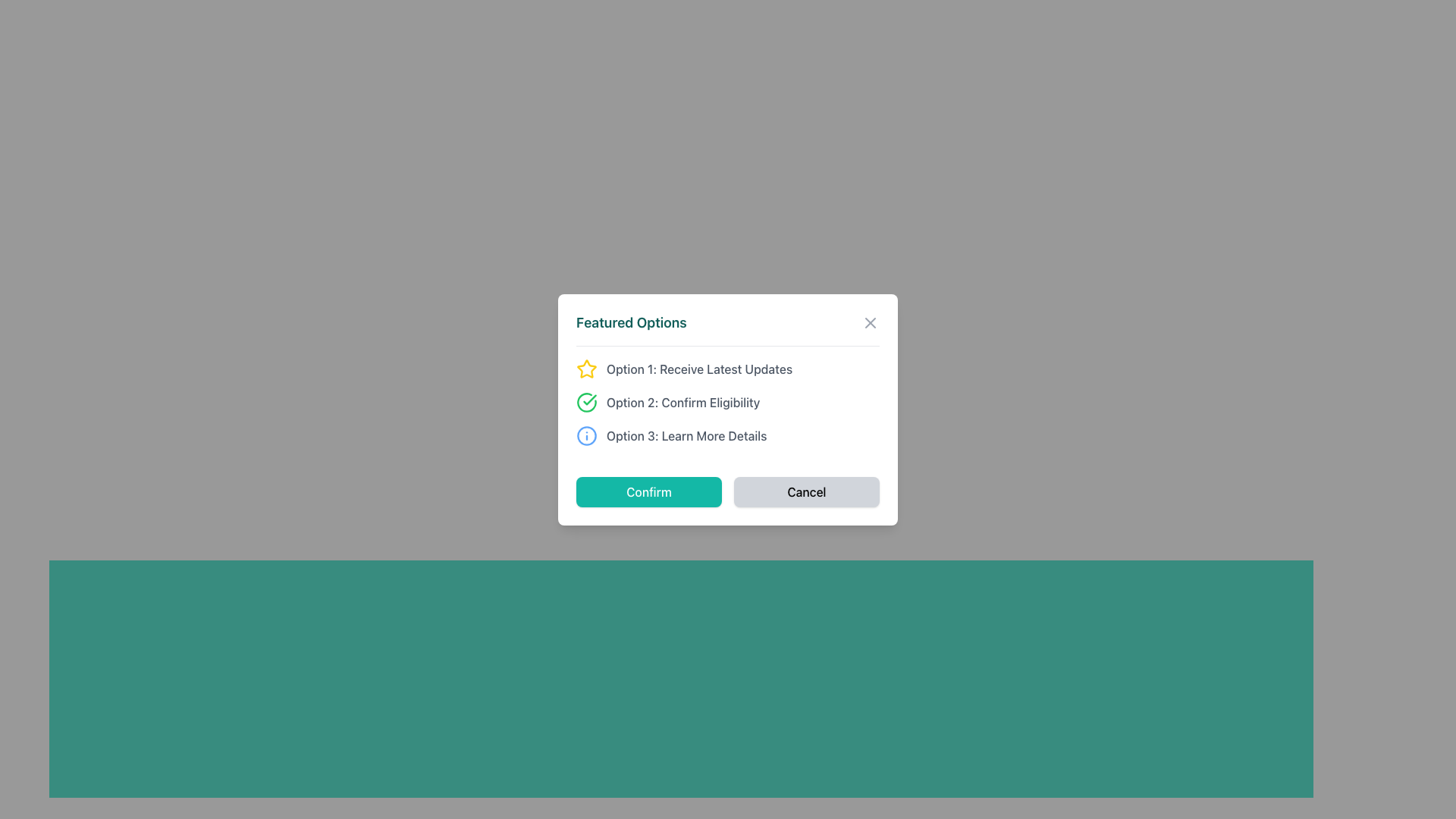 This screenshot has width=1456, height=819. I want to click on the static text label 'Option 2: Confirm Eligibility' located in the modal window under 'Featured Options', so click(682, 401).